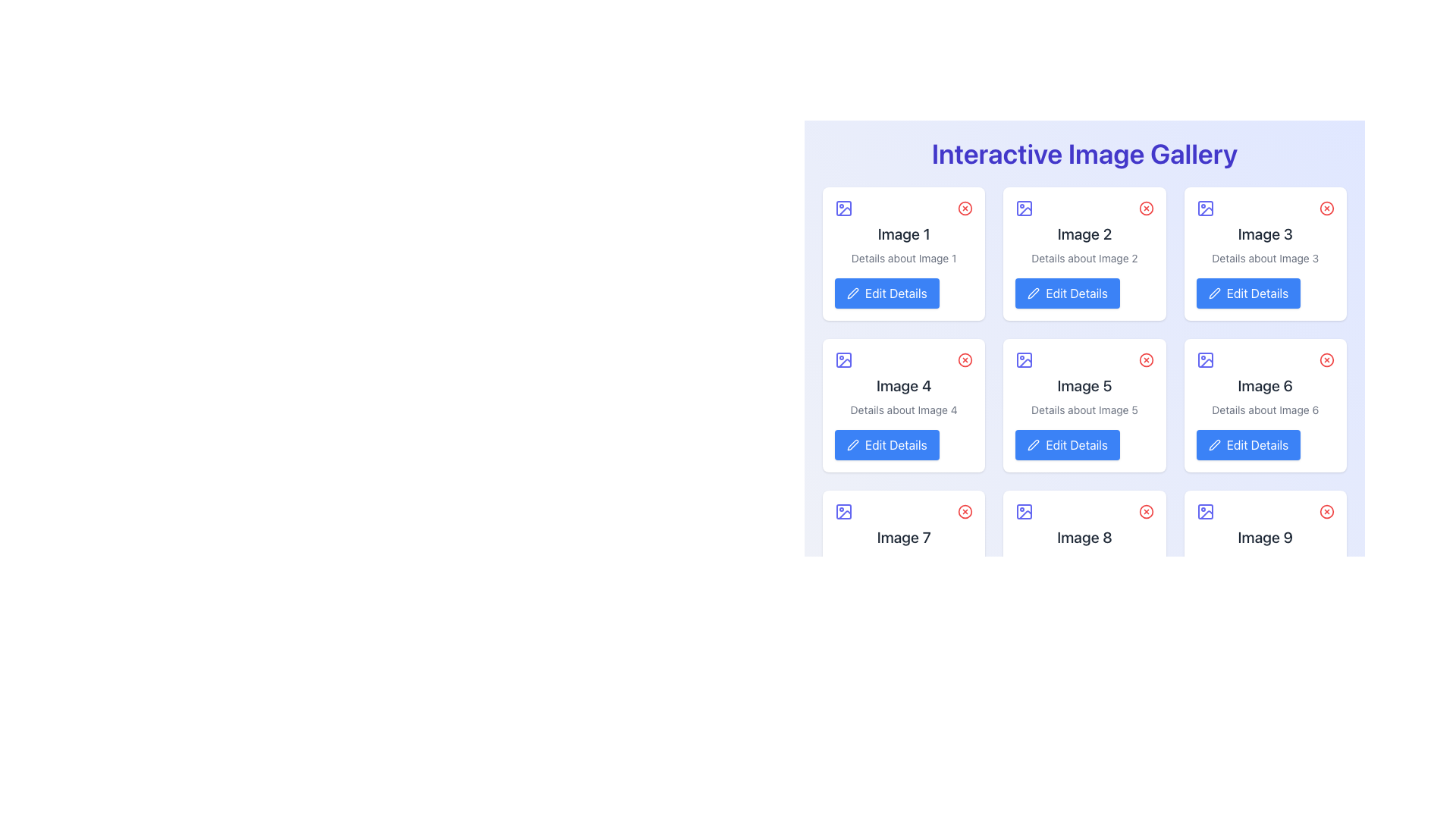 The image size is (1456, 819). Describe the element at coordinates (1067, 444) in the screenshot. I see `the 'Edit Details' button` at that location.